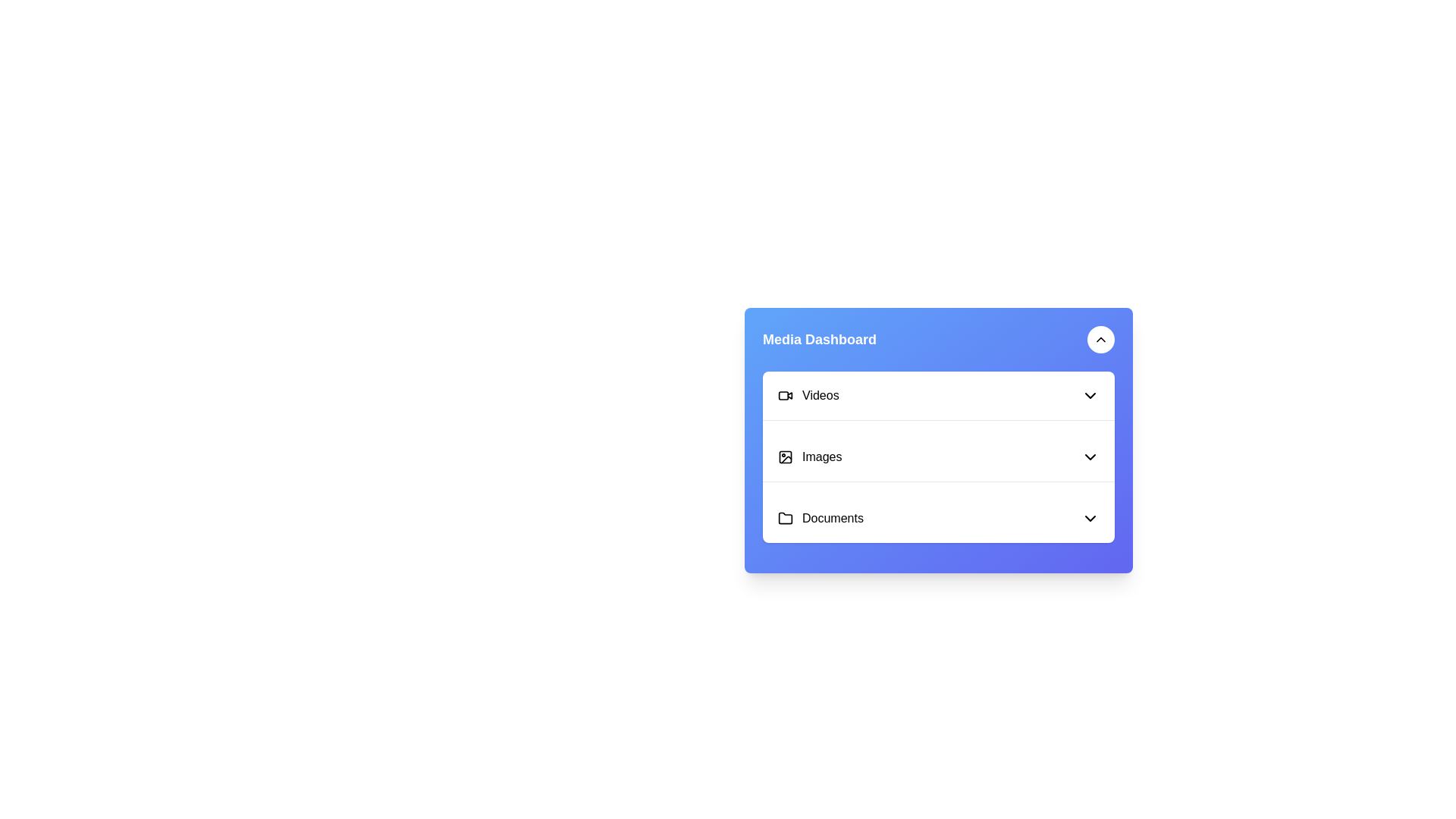 The image size is (1456, 819). Describe the element at coordinates (820, 394) in the screenshot. I see `the text label reading 'Videos', which is styled with a black font and located to the right of a video icon within a blue card labeled 'Media Dashboard'` at that location.